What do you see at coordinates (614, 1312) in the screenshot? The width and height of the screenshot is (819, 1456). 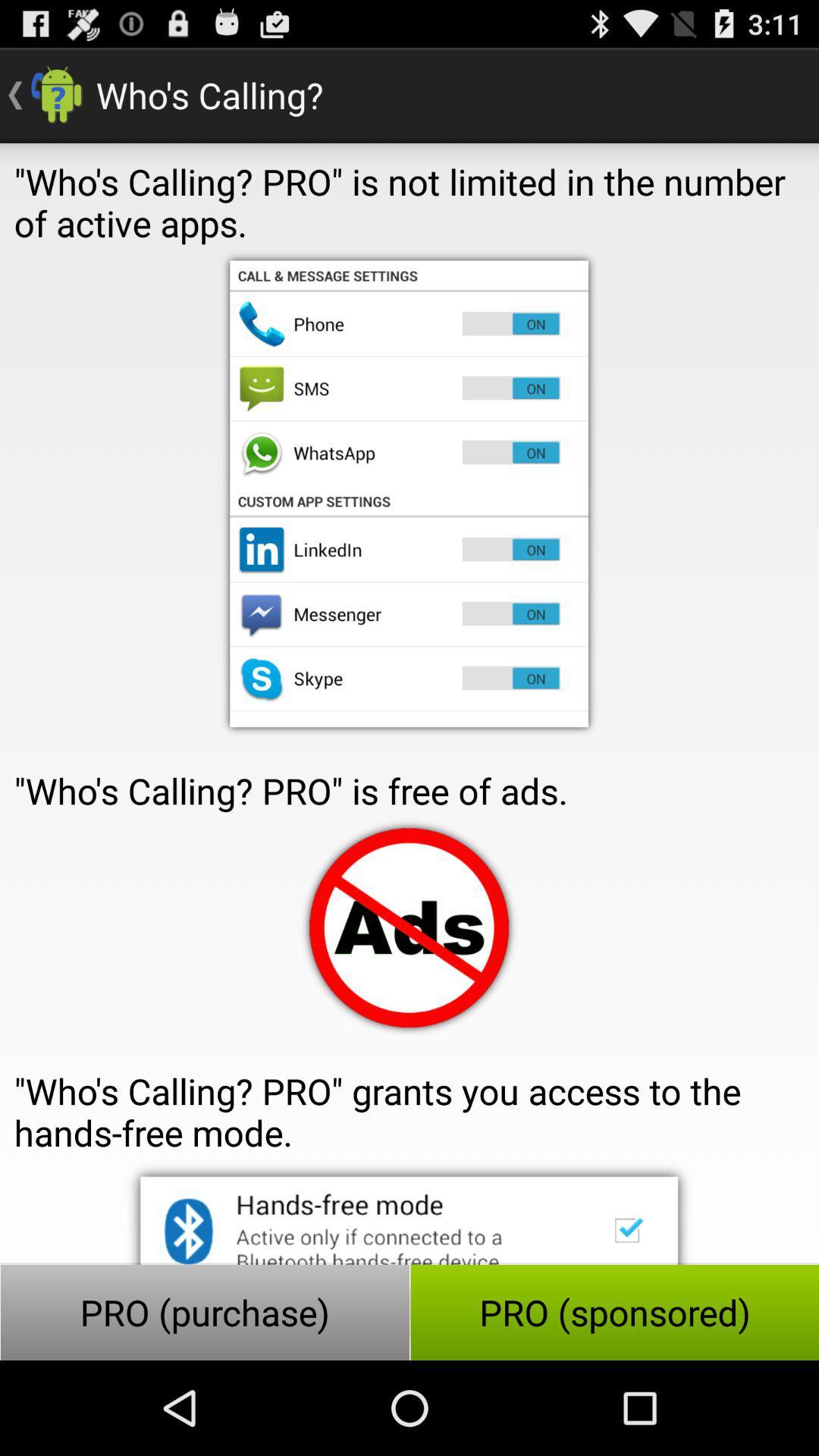 I see `icon to the right of the pro (purchase) button` at bounding box center [614, 1312].